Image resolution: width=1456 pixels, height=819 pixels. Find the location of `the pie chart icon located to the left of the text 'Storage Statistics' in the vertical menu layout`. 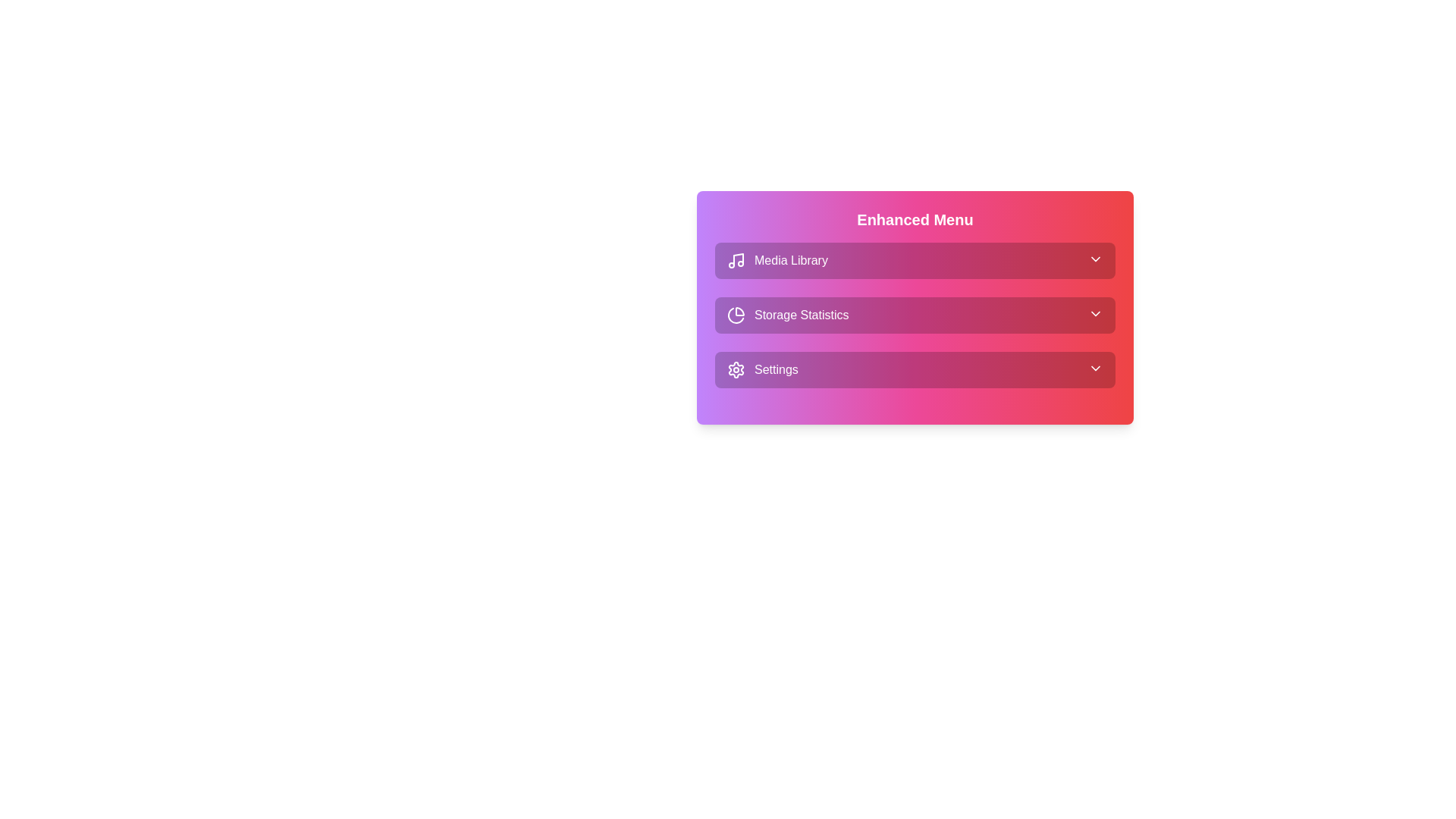

the pie chart icon located to the left of the text 'Storage Statistics' in the vertical menu layout is located at coordinates (736, 315).